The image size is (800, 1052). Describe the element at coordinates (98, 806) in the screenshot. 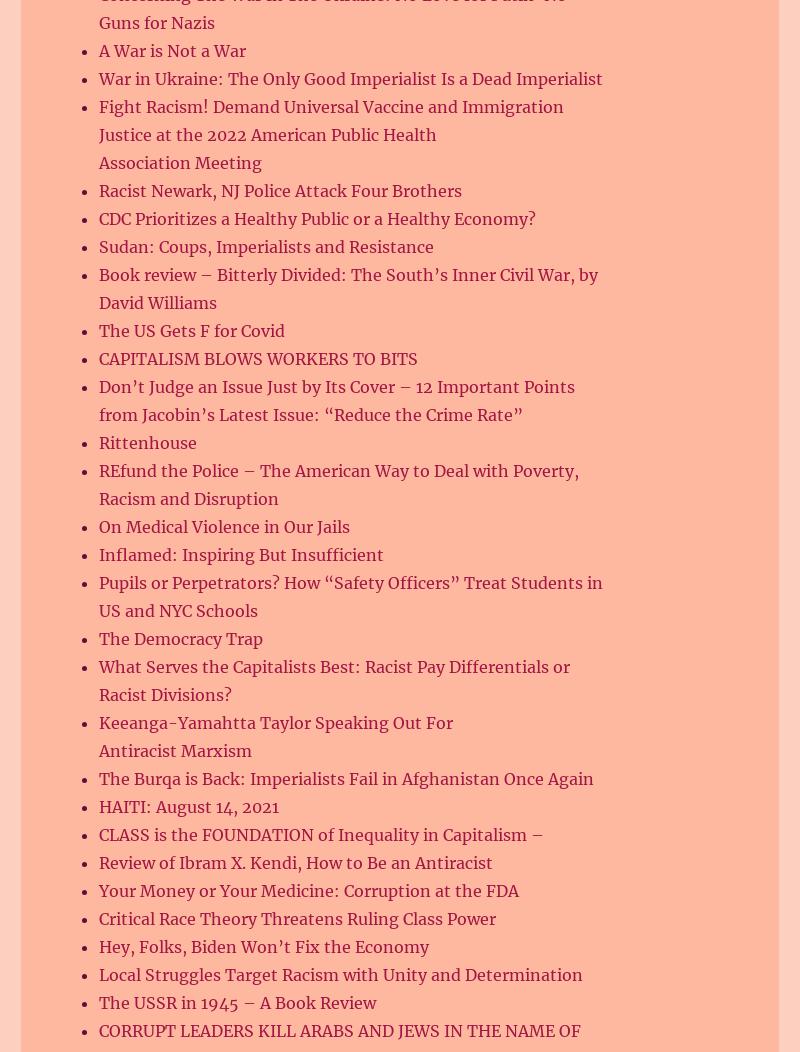

I see `'HAITI: August 14, 2021'` at that location.